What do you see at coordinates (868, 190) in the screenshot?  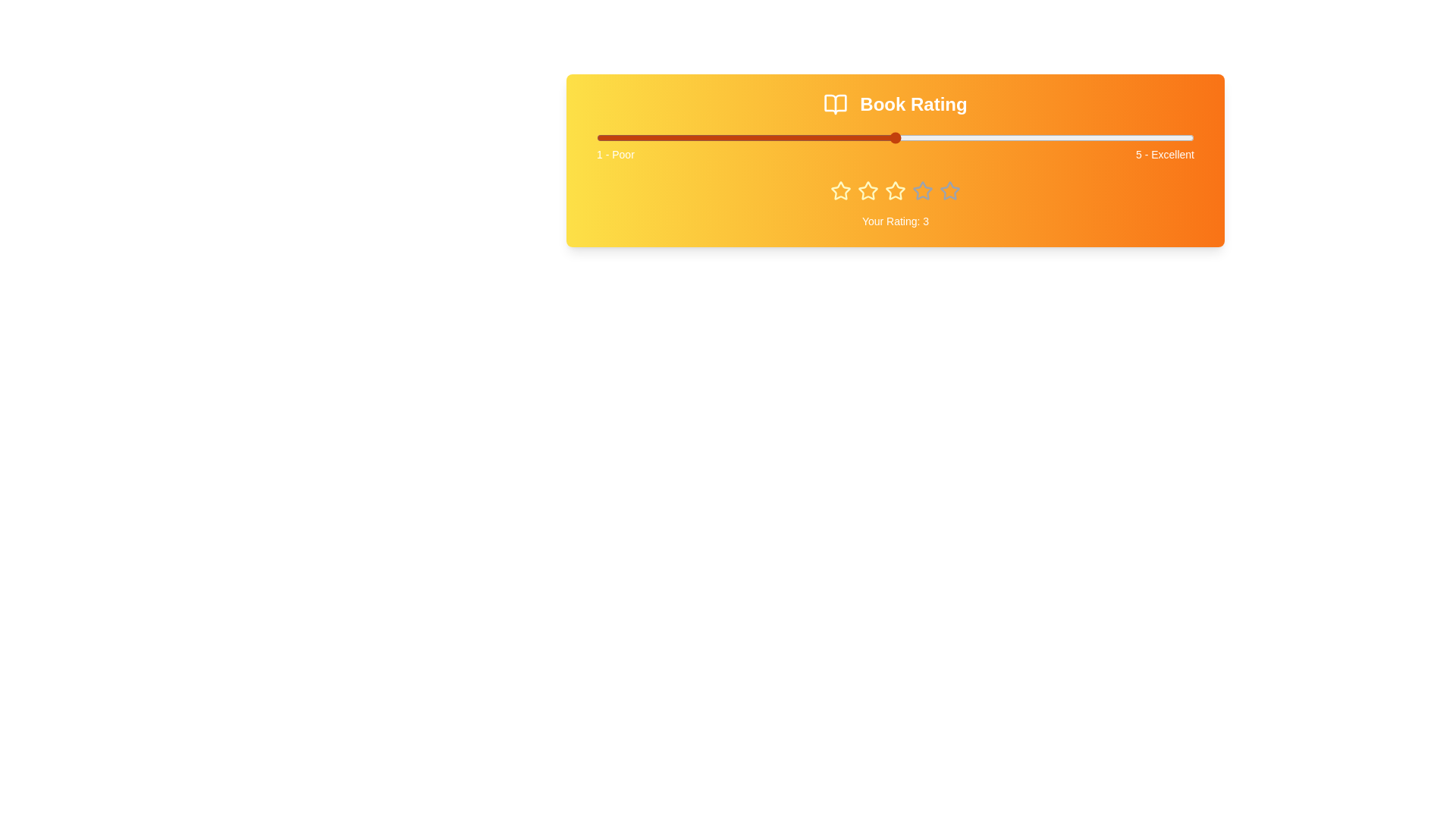 I see `the third star icon in the 5-star user rating system under the 'Book Rating' section by moving the cursor to its center point` at bounding box center [868, 190].